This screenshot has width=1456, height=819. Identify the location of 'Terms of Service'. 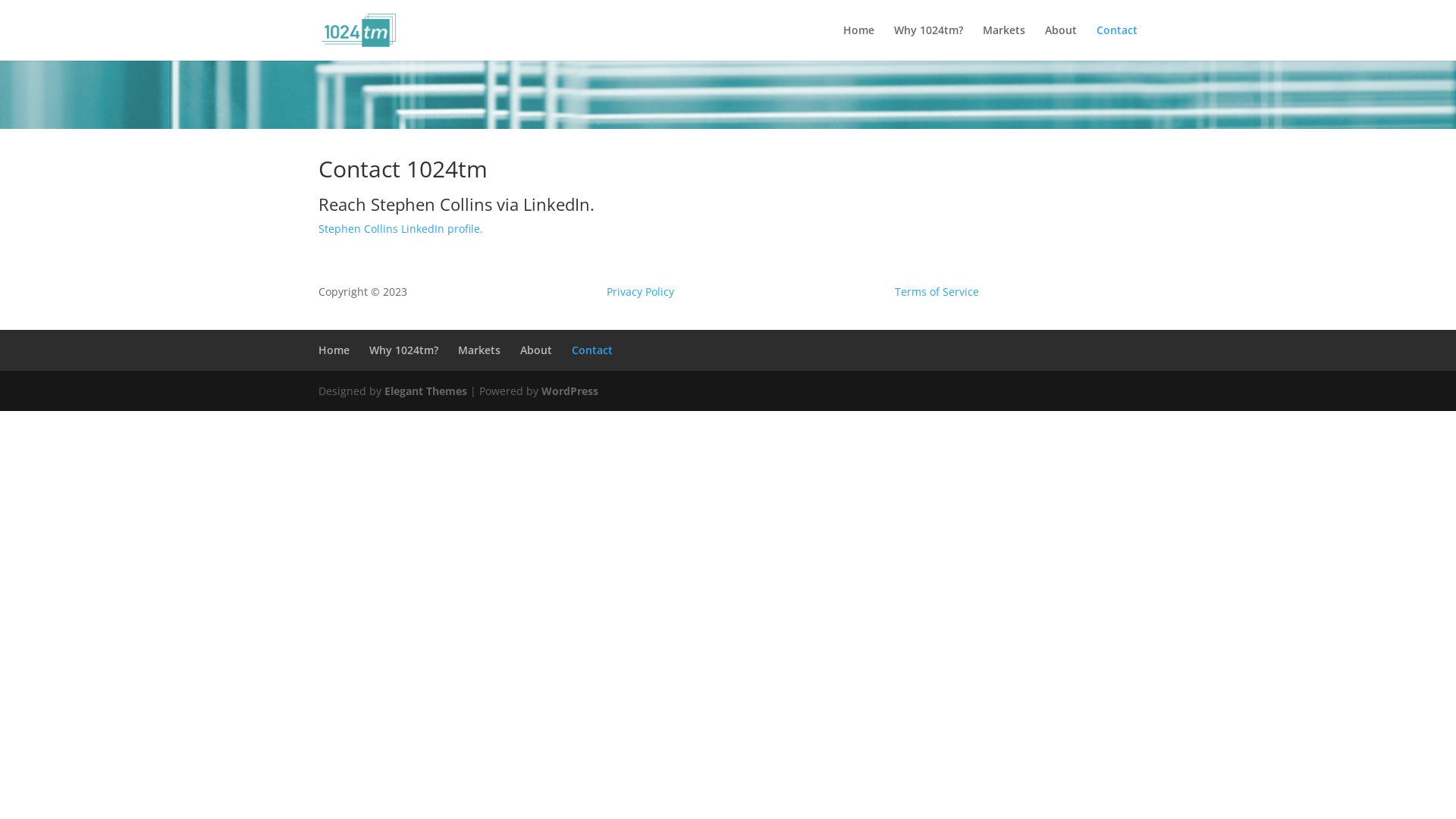
(936, 291).